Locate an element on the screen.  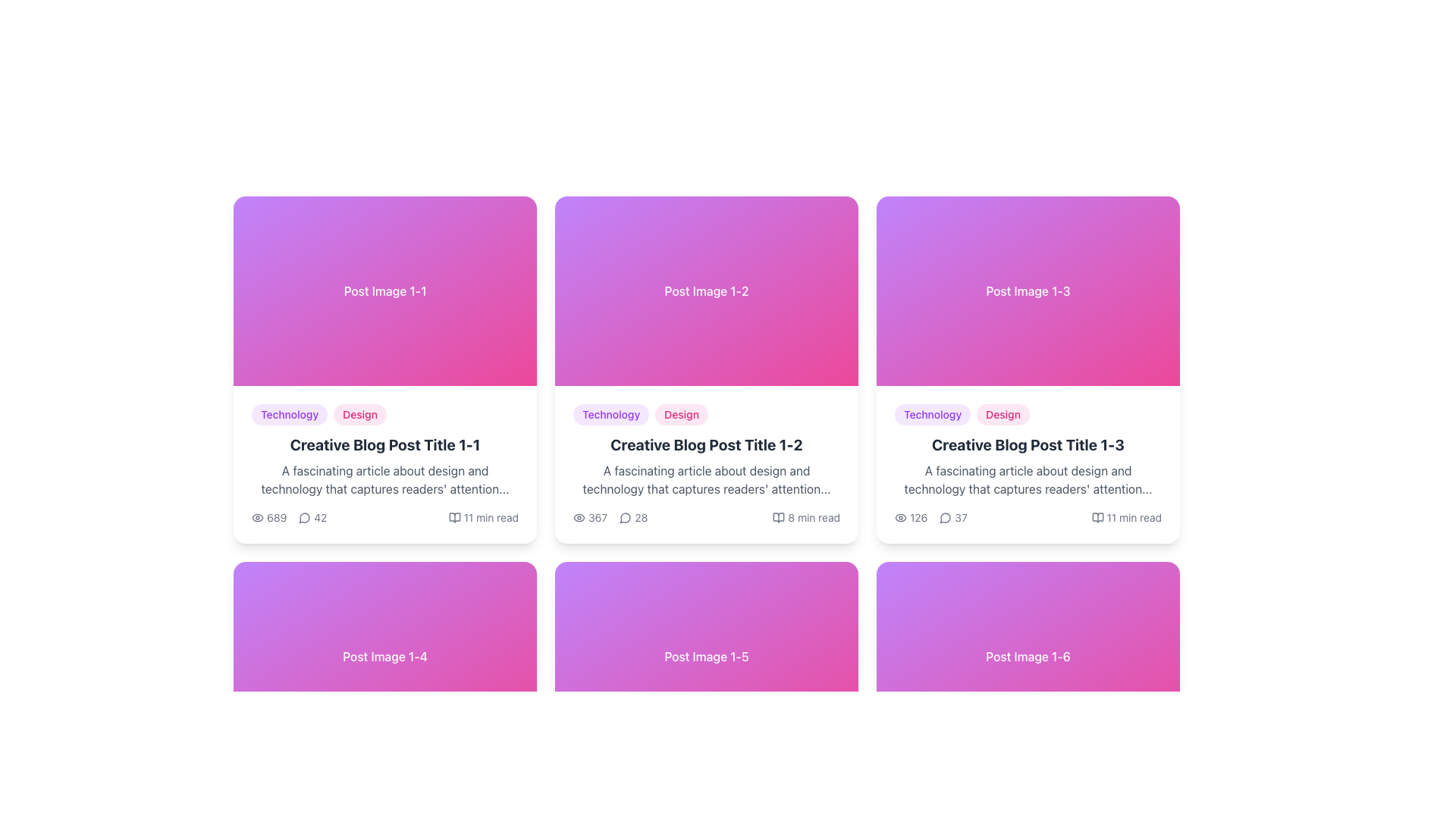
the blog post title text label located in the second column of the grid layout is located at coordinates (705, 444).